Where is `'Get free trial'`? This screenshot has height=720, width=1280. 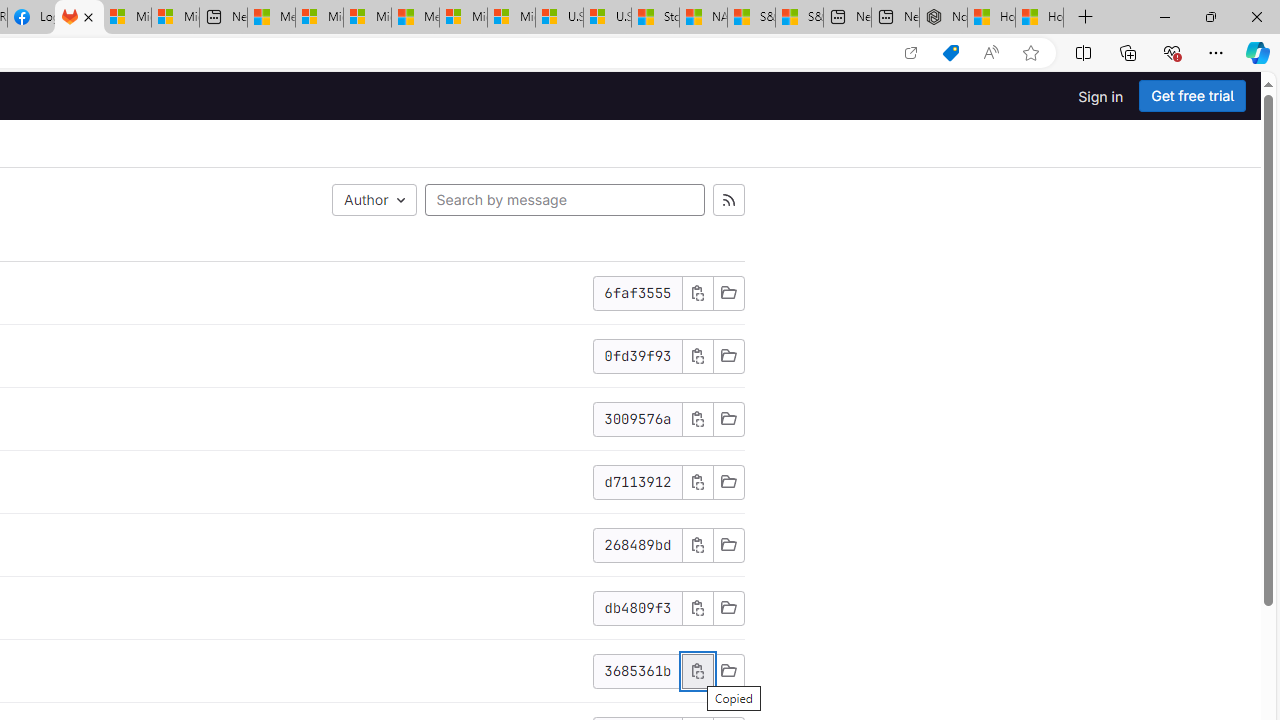 'Get free trial' is located at coordinates (1192, 96).